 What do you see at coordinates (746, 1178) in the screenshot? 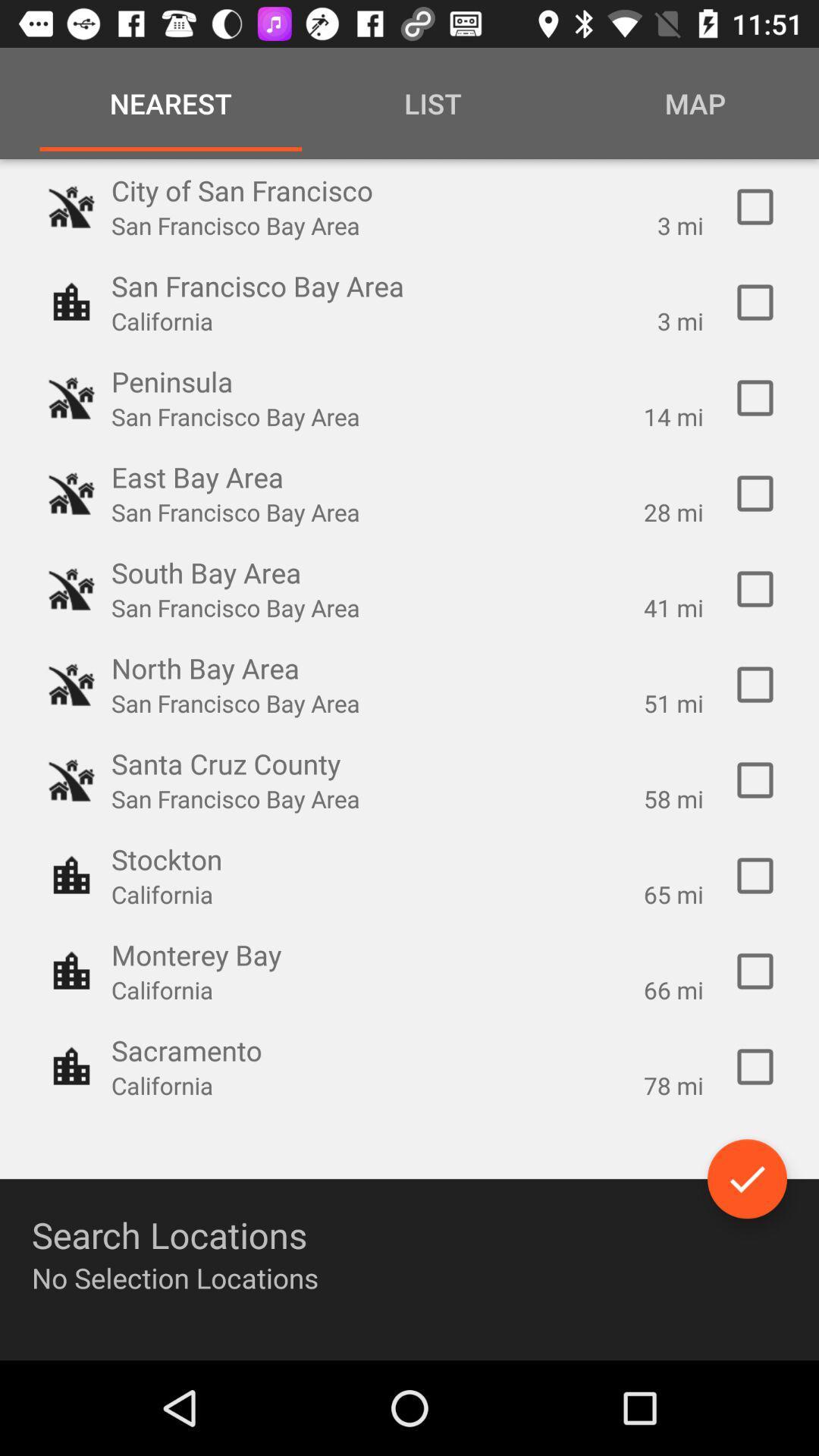
I see `the check icon` at bounding box center [746, 1178].